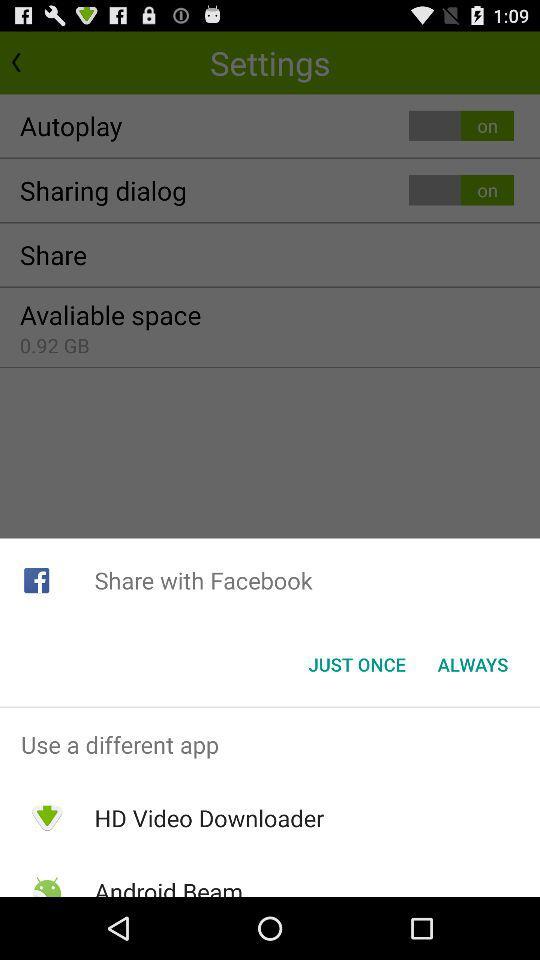  What do you see at coordinates (472, 664) in the screenshot?
I see `app below the share with facebook app` at bounding box center [472, 664].